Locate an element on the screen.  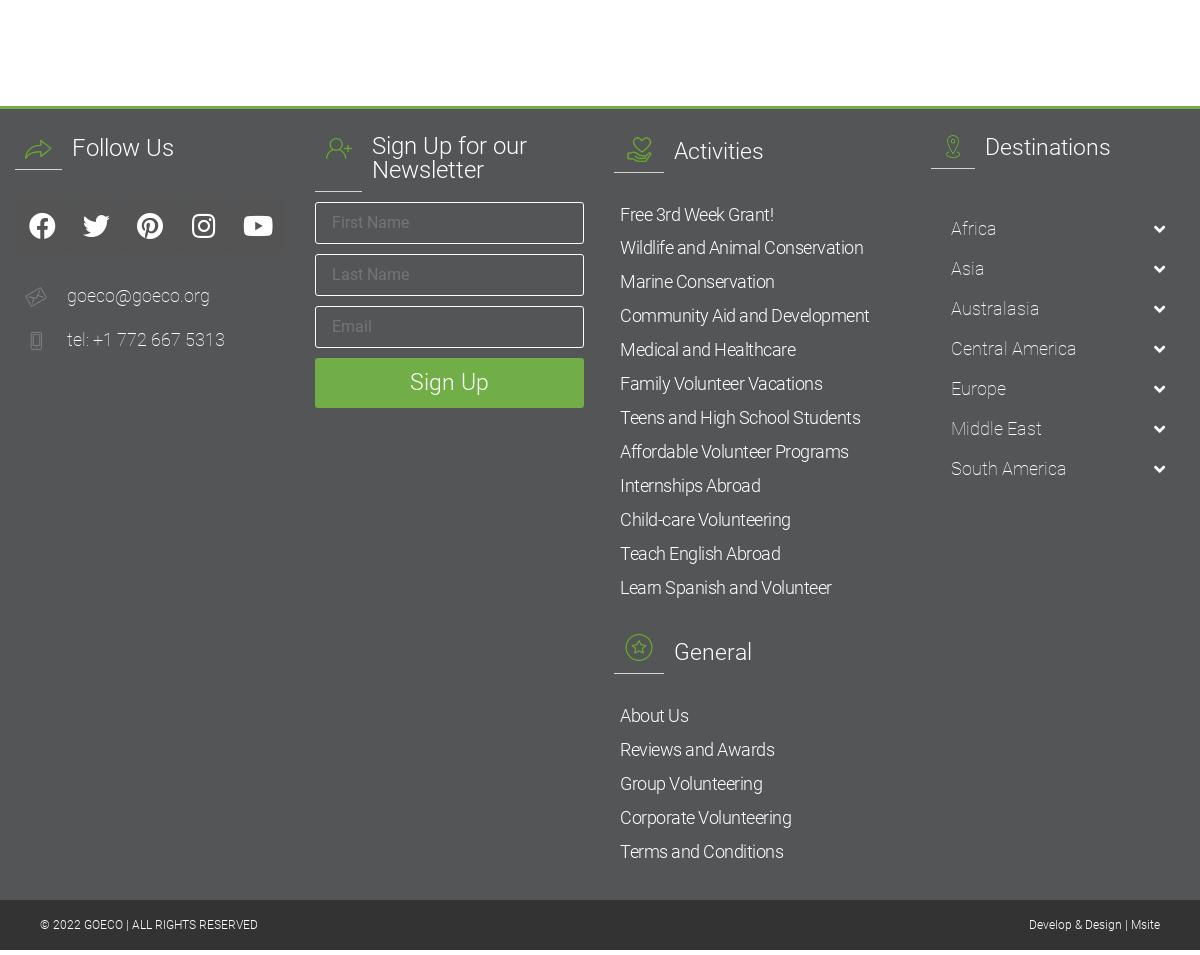
'Activities' is located at coordinates (672, 149).